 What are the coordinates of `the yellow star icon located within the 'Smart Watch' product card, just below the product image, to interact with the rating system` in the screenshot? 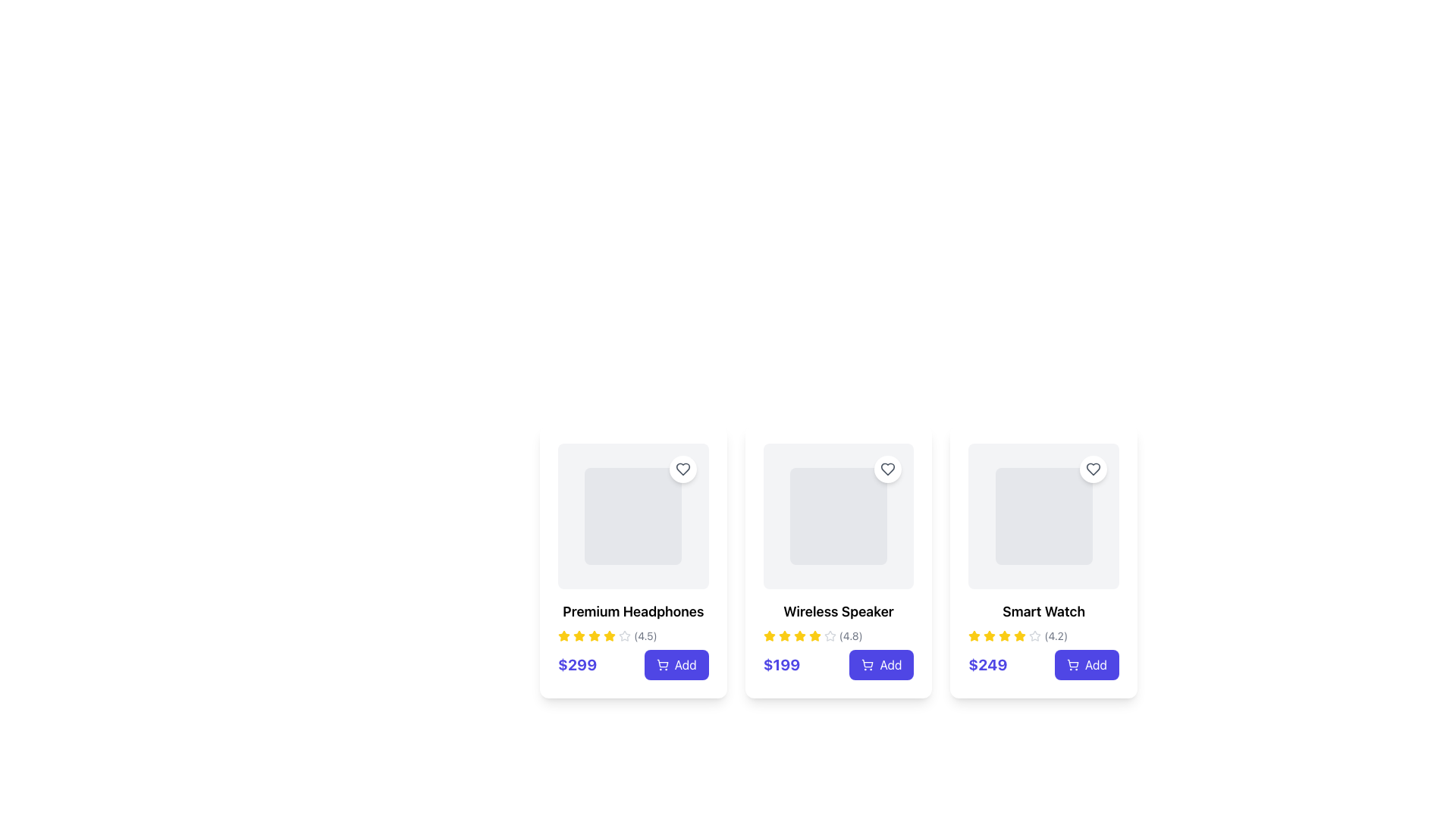 It's located at (974, 635).